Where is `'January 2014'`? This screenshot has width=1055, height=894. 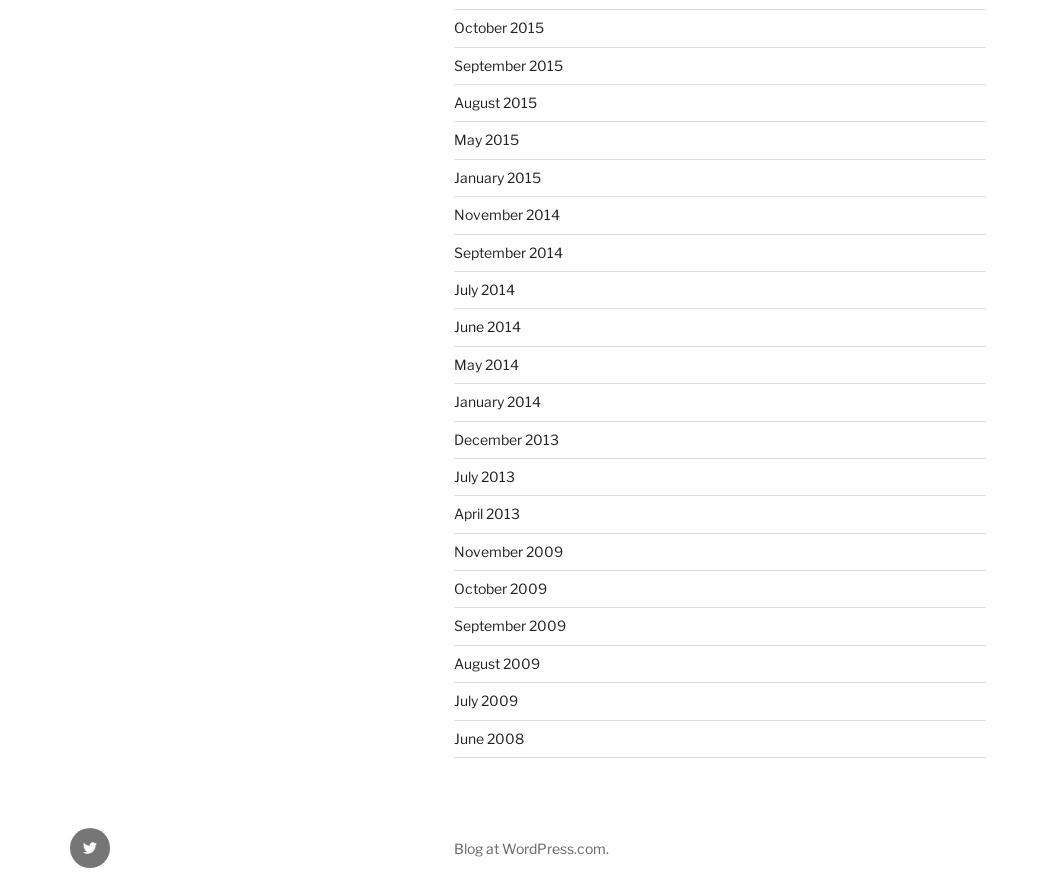 'January 2014' is located at coordinates (452, 400).